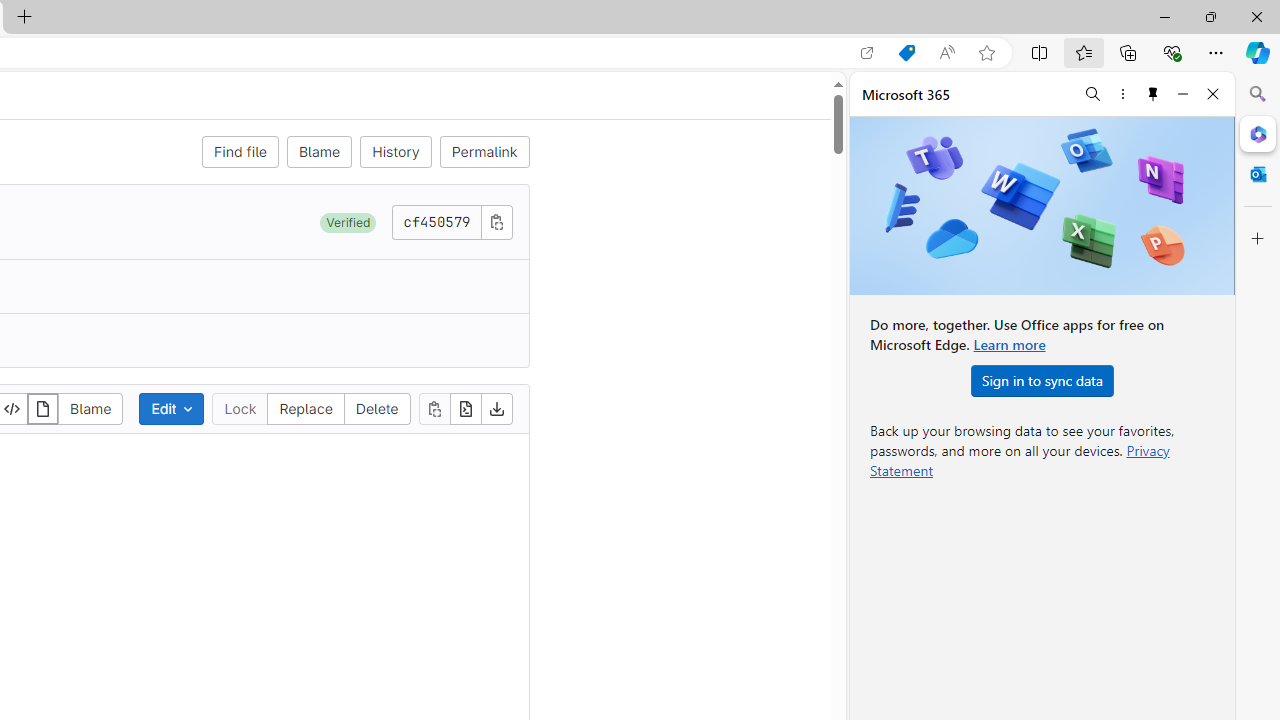 Image resolution: width=1280 pixels, height=720 pixels. I want to click on 'Learn more about Microsoft Office.', so click(1009, 343).